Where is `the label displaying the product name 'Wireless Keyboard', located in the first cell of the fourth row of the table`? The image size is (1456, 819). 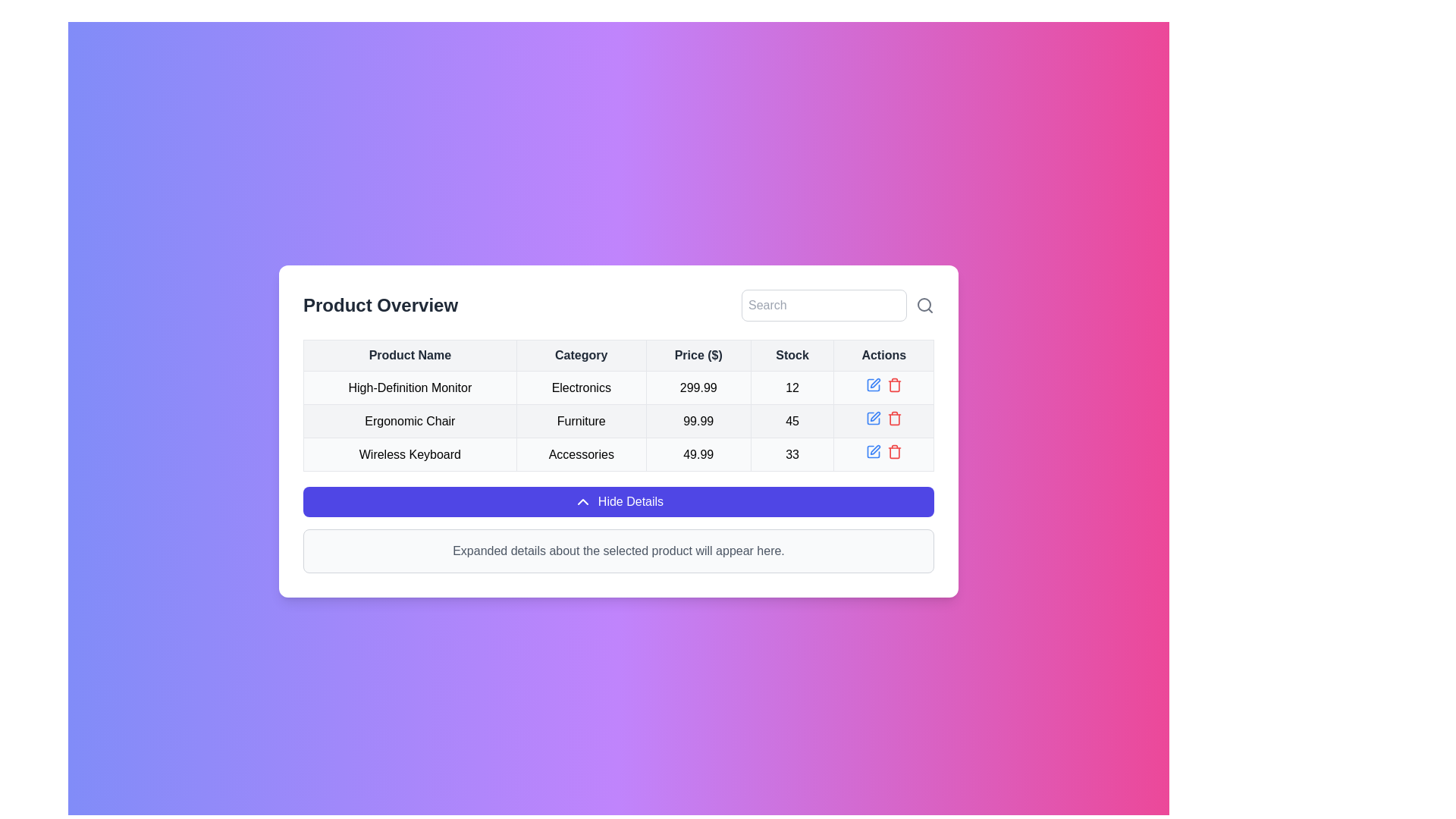
the label displaying the product name 'Wireless Keyboard', located in the first cell of the fourth row of the table is located at coordinates (409, 453).